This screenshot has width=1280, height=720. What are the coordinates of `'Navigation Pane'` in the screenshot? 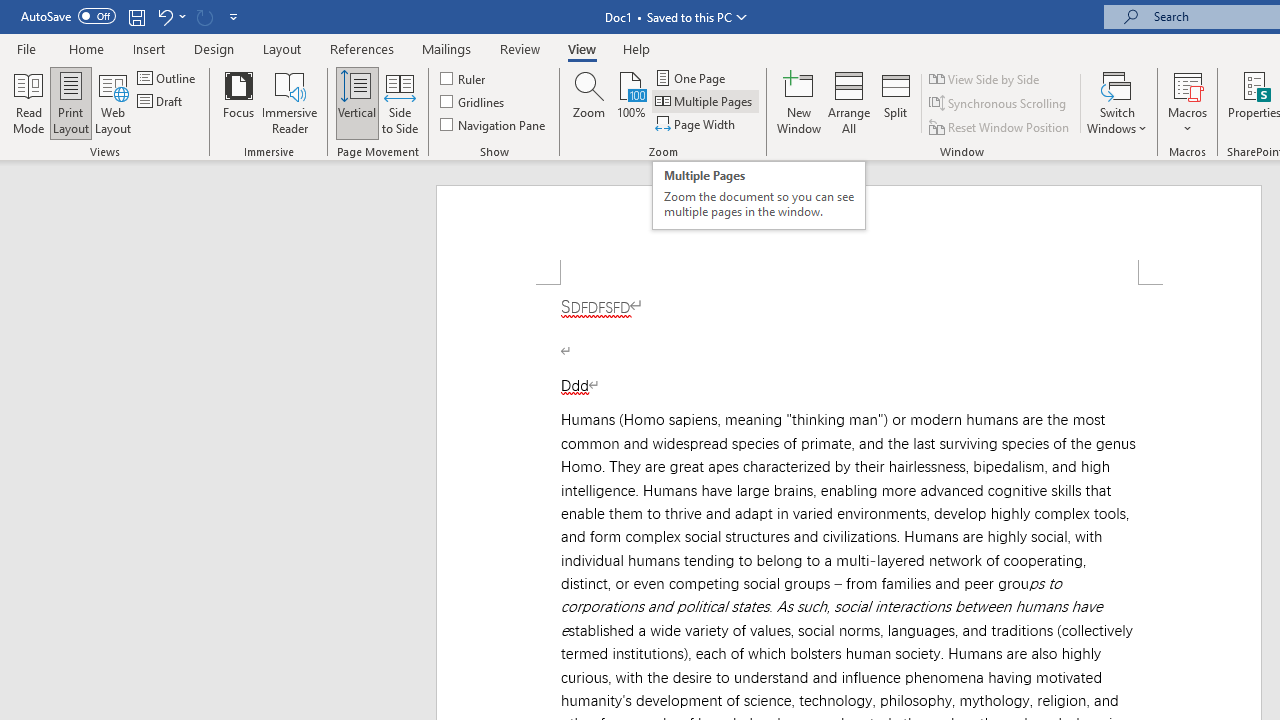 It's located at (494, 124).